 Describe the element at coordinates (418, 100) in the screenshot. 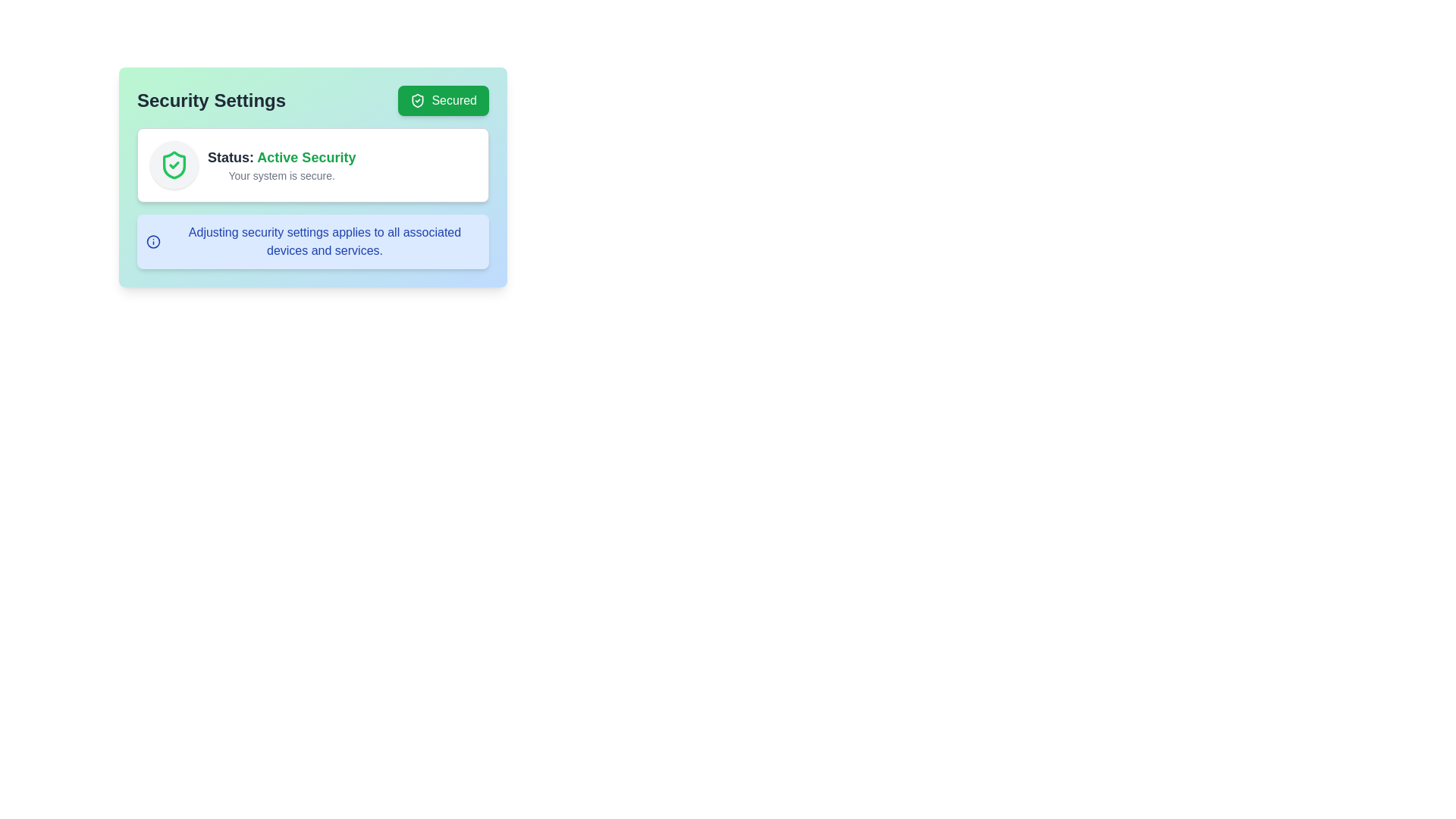

I see `the security status icon located within the button at the upper-right corner of the 'Security Settings' card, which precedes the text 'Secured'` at that location.